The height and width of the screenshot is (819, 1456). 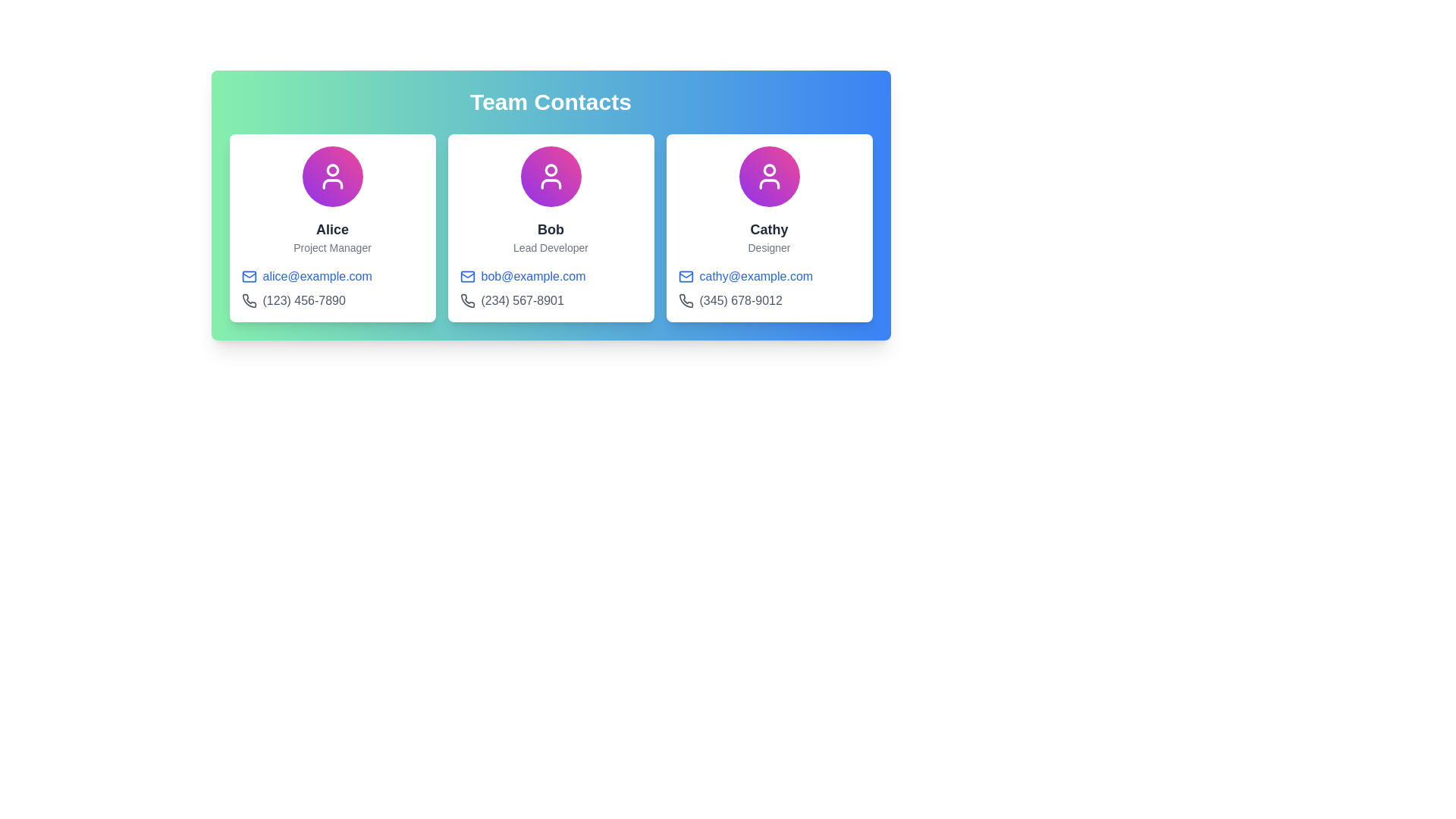 I want to click on the text label displaying the name 'Bob', which is rendered in bold font and is positioned within the middle card of a three-card layout, below a circular icon and above the text 'Lead Developer', so click(x=550, y=230).